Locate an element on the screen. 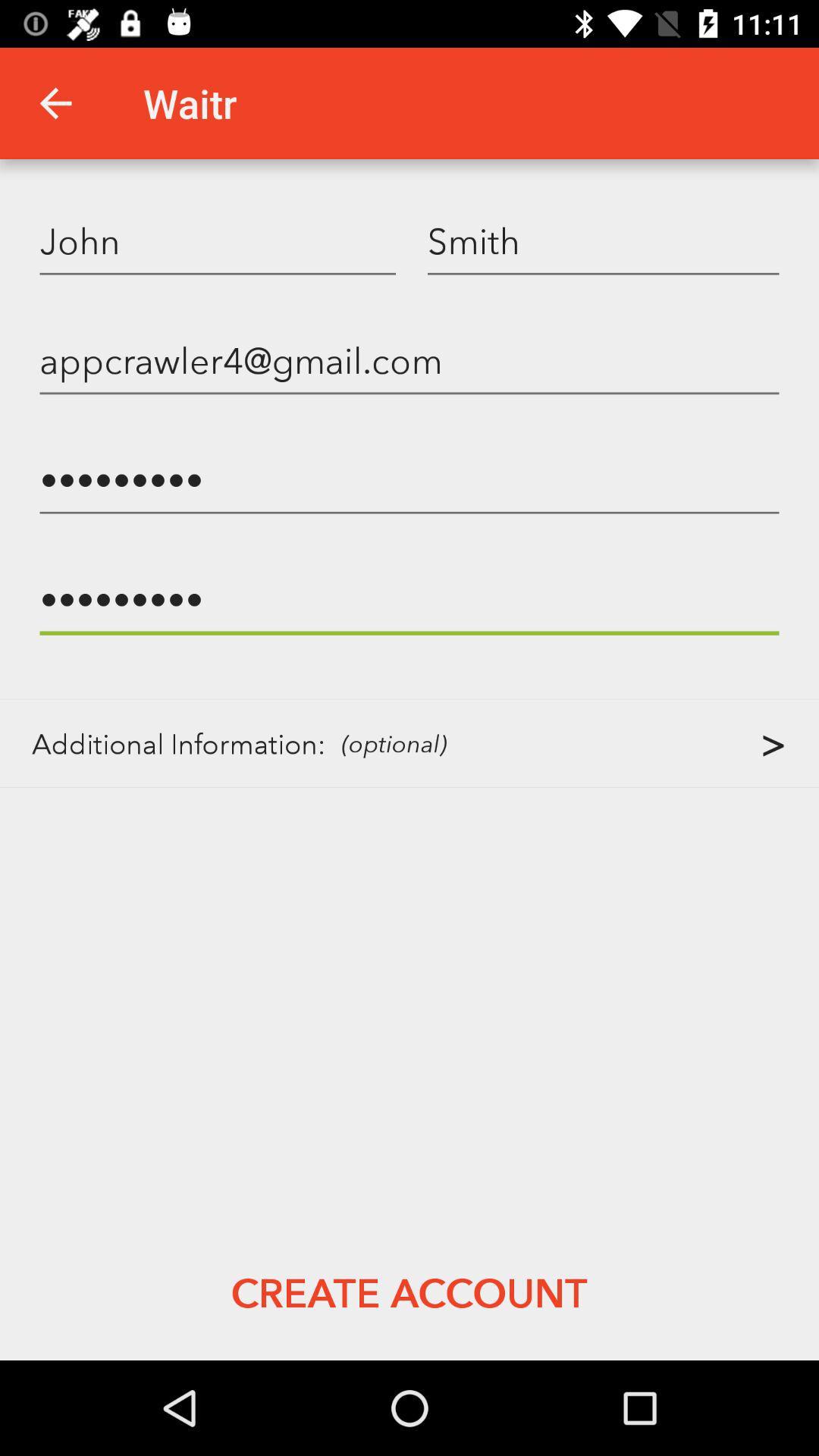 The image size is (819, 1456). item below the john icon is located at coordinates (409, 359).